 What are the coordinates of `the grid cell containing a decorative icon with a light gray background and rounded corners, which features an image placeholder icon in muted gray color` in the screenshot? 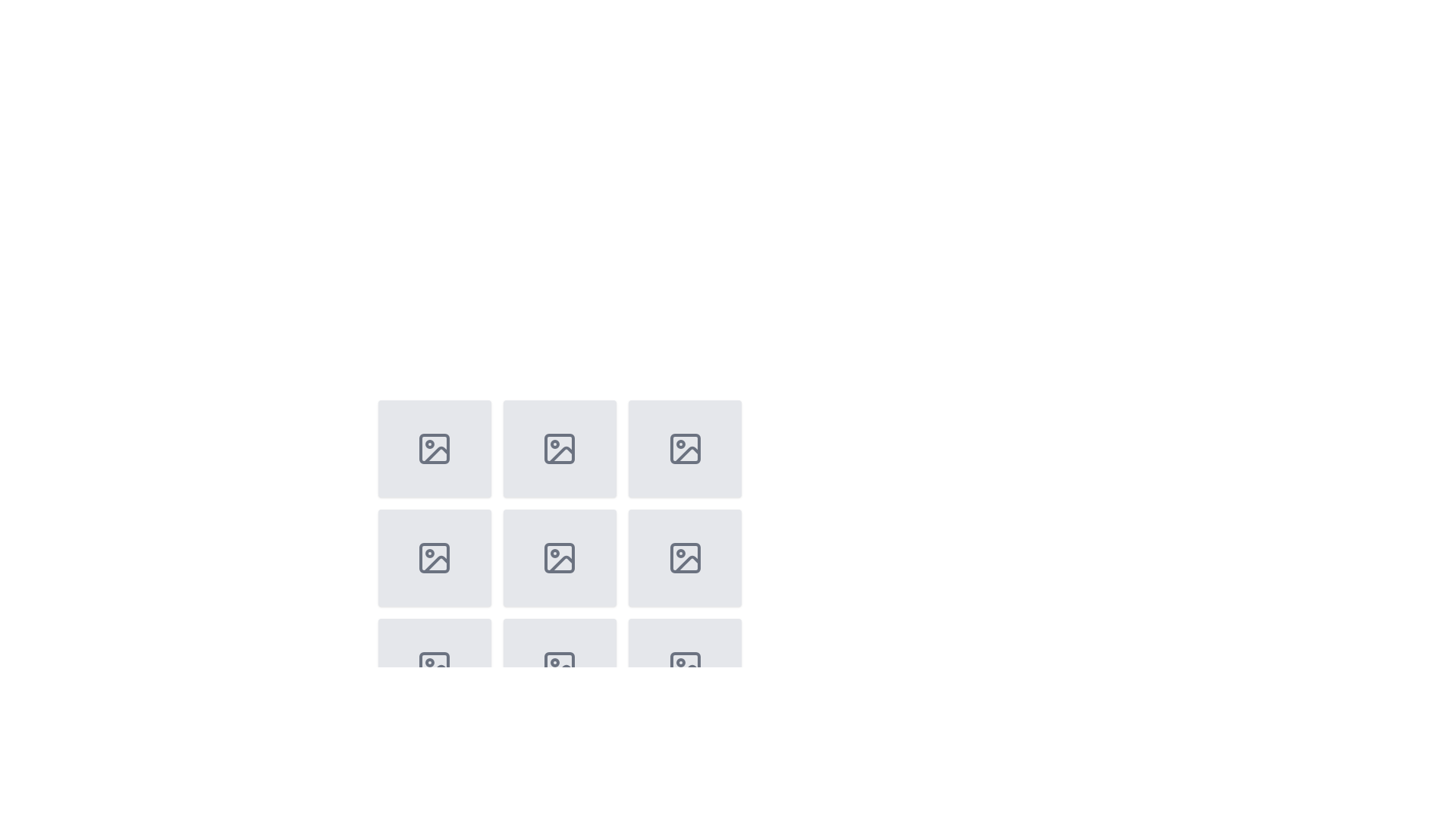 It's located at (684, 558).